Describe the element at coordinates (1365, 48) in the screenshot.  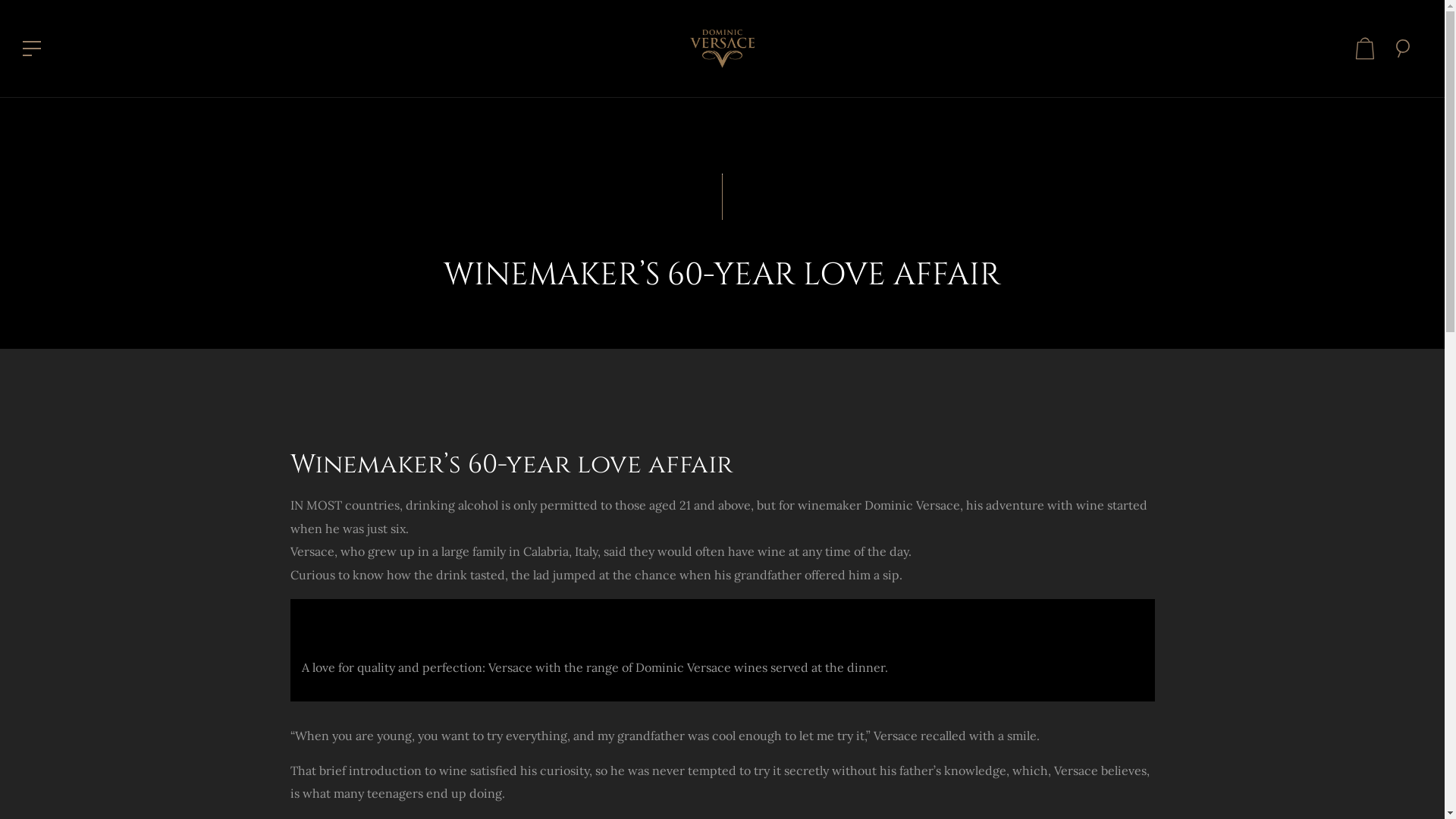
I see `'View your shopping cart'` at that location.